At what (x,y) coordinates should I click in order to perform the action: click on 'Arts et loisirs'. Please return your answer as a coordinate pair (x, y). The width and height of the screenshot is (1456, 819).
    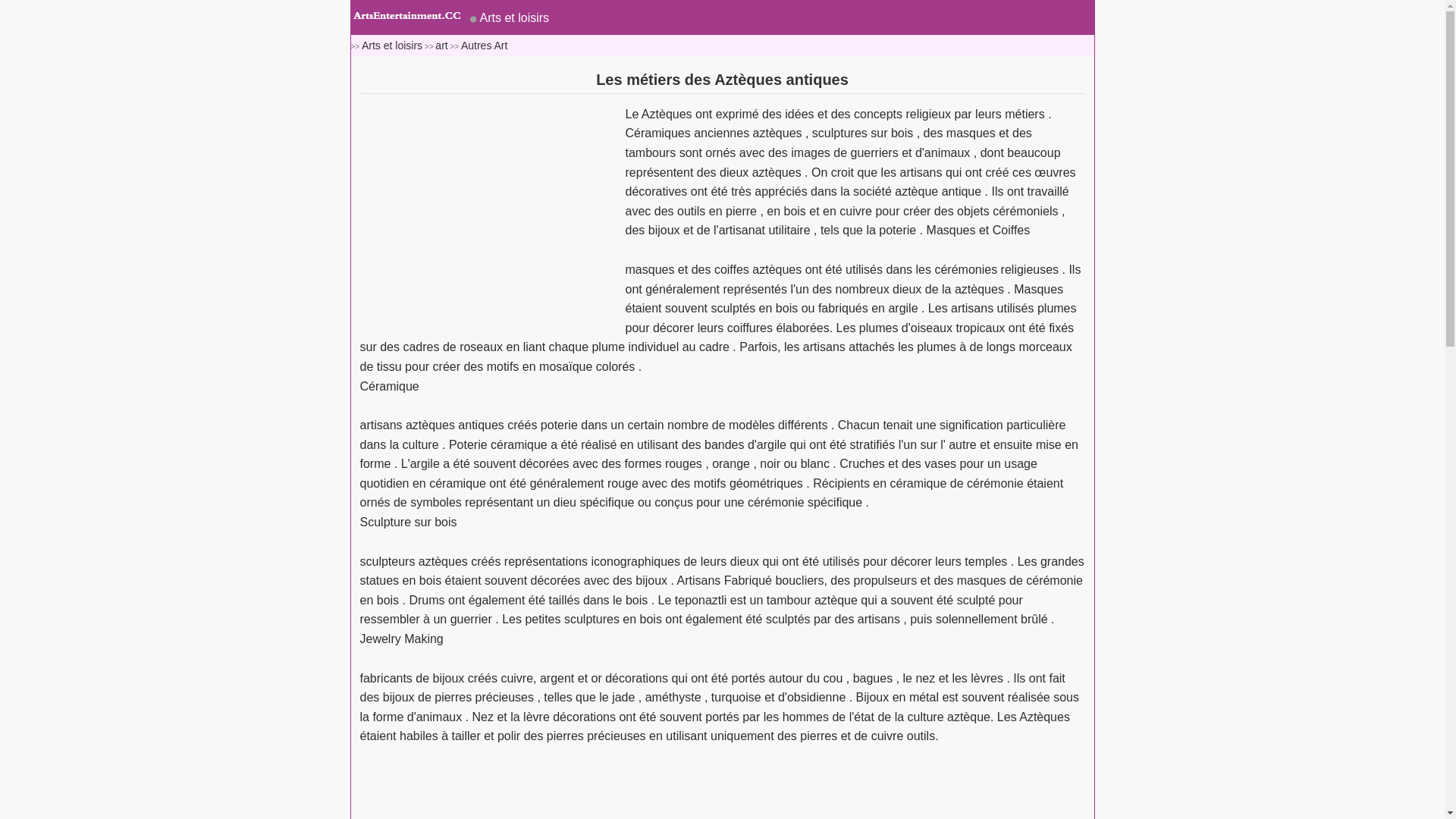
    Looking at the image, I should click on (392, 45).